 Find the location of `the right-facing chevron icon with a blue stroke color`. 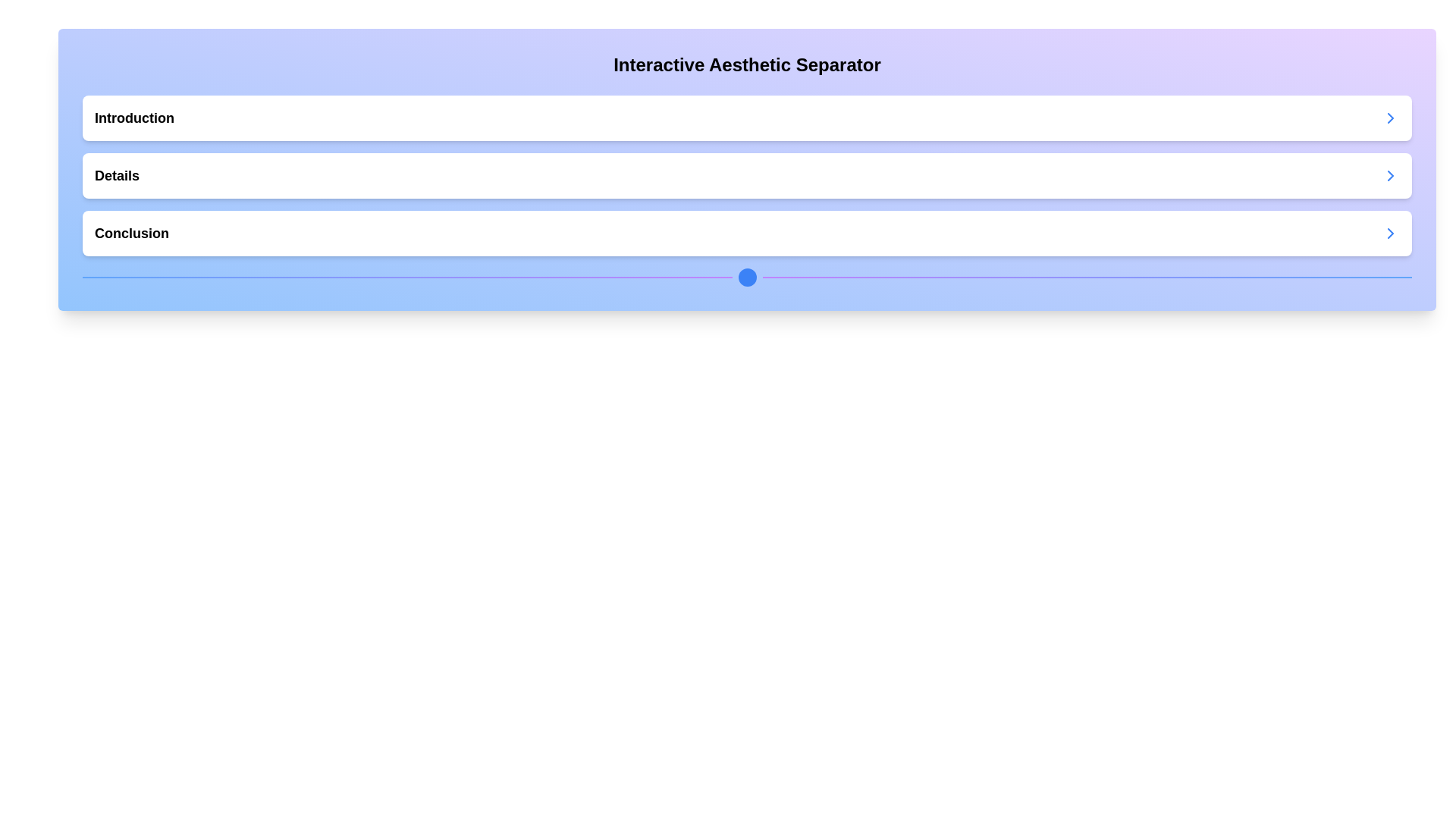

the right-facing chevron icon with a blue stroke color is located at coordinates (1390, 234).